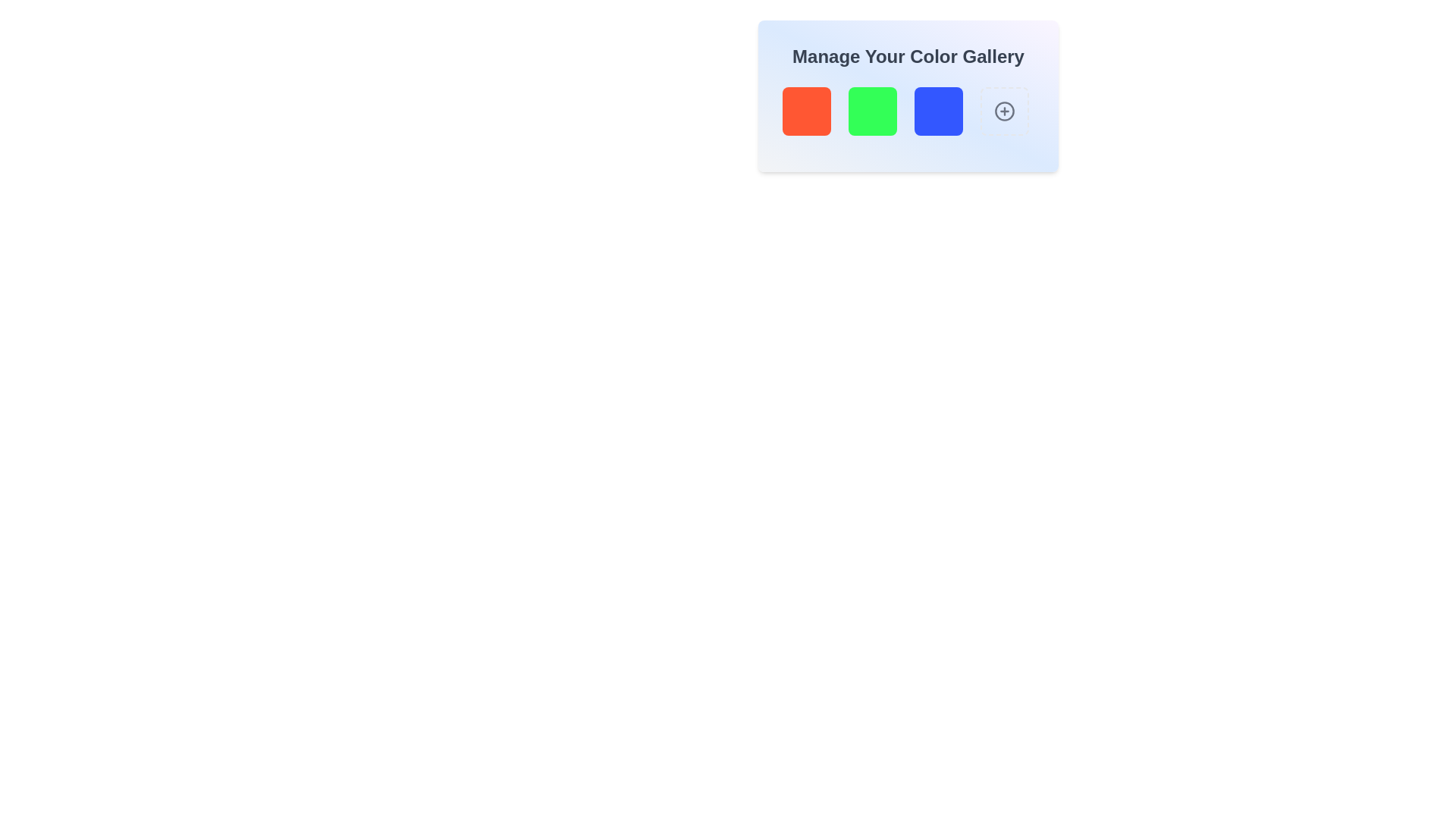  What do you see at coordinates (806, 110) in the screenshot?
I see `the first colored indicator square in the 'Manage Your Color Gallery'` at bounding box center [806, 110].